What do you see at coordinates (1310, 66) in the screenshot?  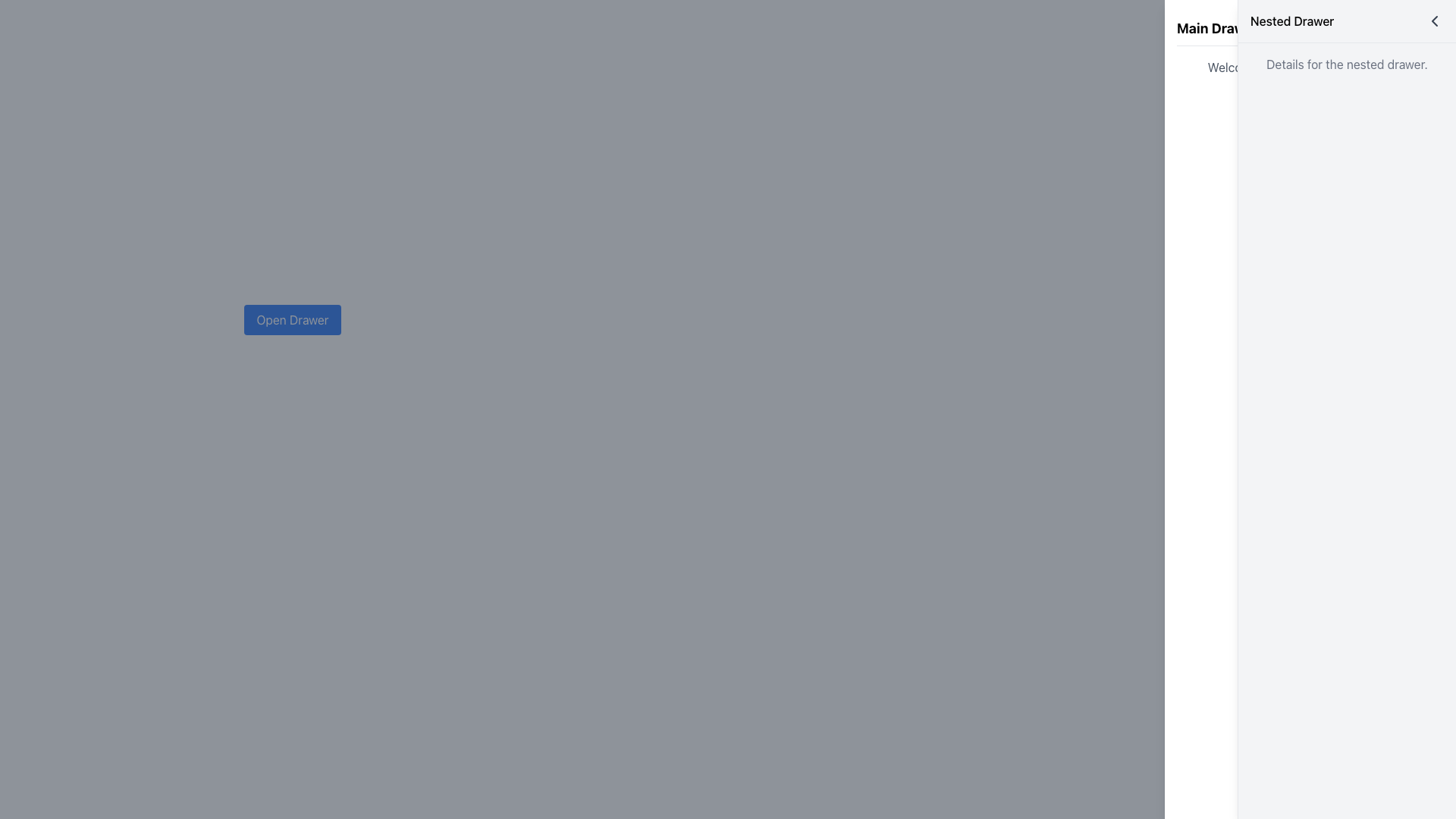 I see `the static label displaying the welcome message in the right drawer, located below 'Main Drawer' and above the 'Open Nested Drawer' button` at bounding box center [1310, 66].